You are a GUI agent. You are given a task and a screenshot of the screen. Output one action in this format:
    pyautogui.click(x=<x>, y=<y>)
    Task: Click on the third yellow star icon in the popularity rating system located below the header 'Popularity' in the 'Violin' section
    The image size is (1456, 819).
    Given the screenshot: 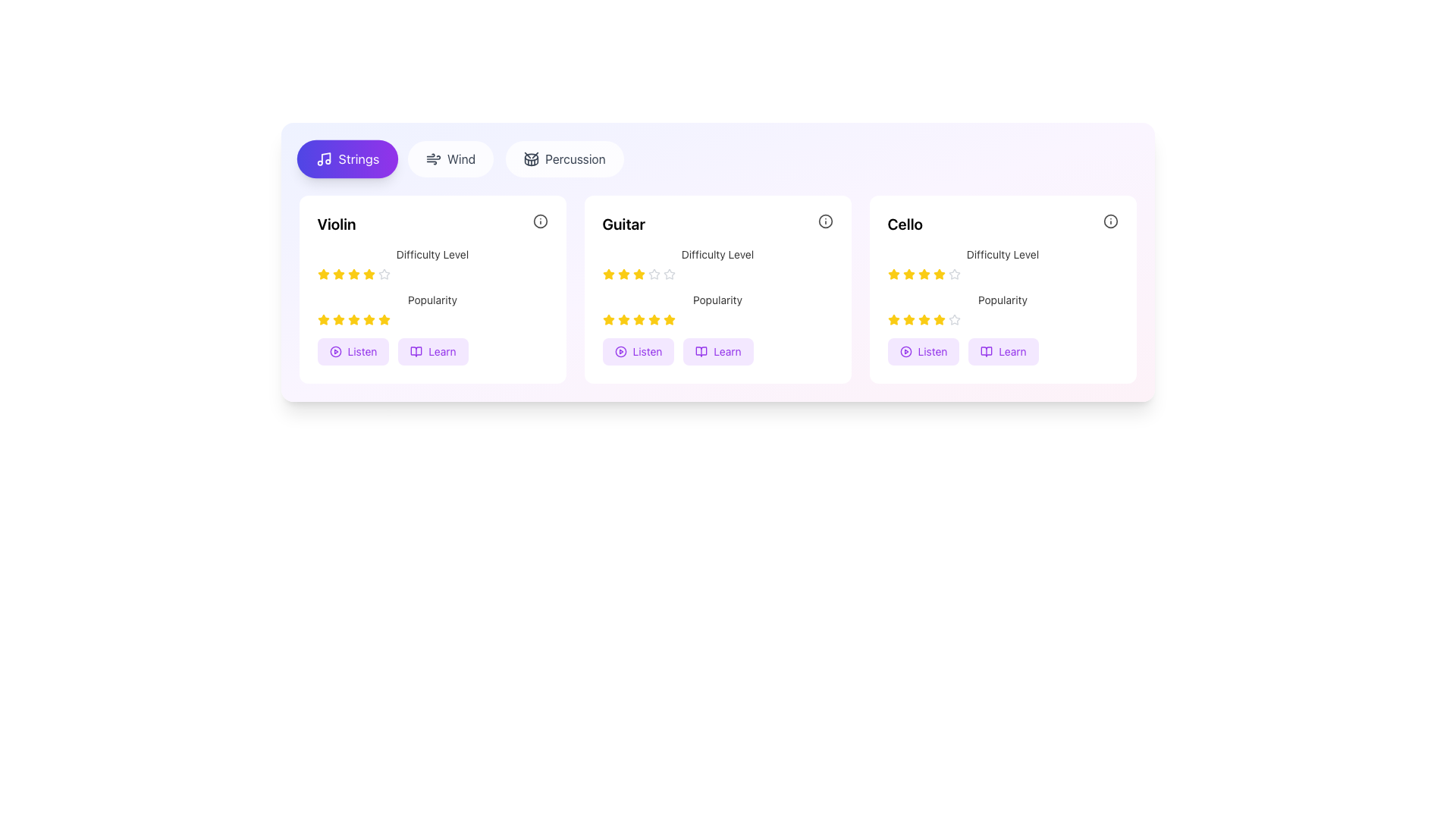 What is the action you would take?
    pyautogui.click(x=337, y=318)
    